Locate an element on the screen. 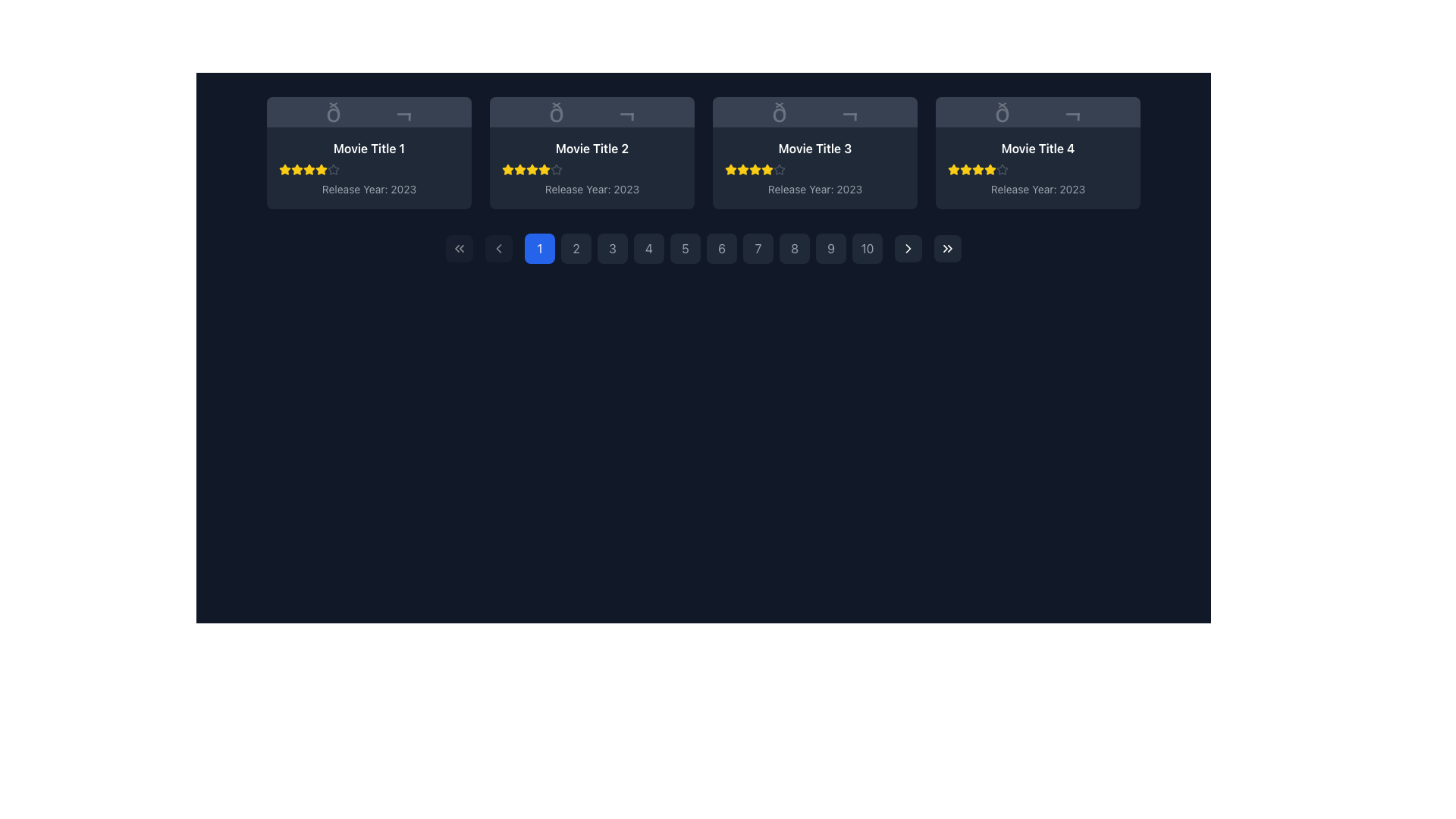  the tenth page navigation button located at the bottom center of the interface to observe its hover effect is located at coordinates (867, 247).